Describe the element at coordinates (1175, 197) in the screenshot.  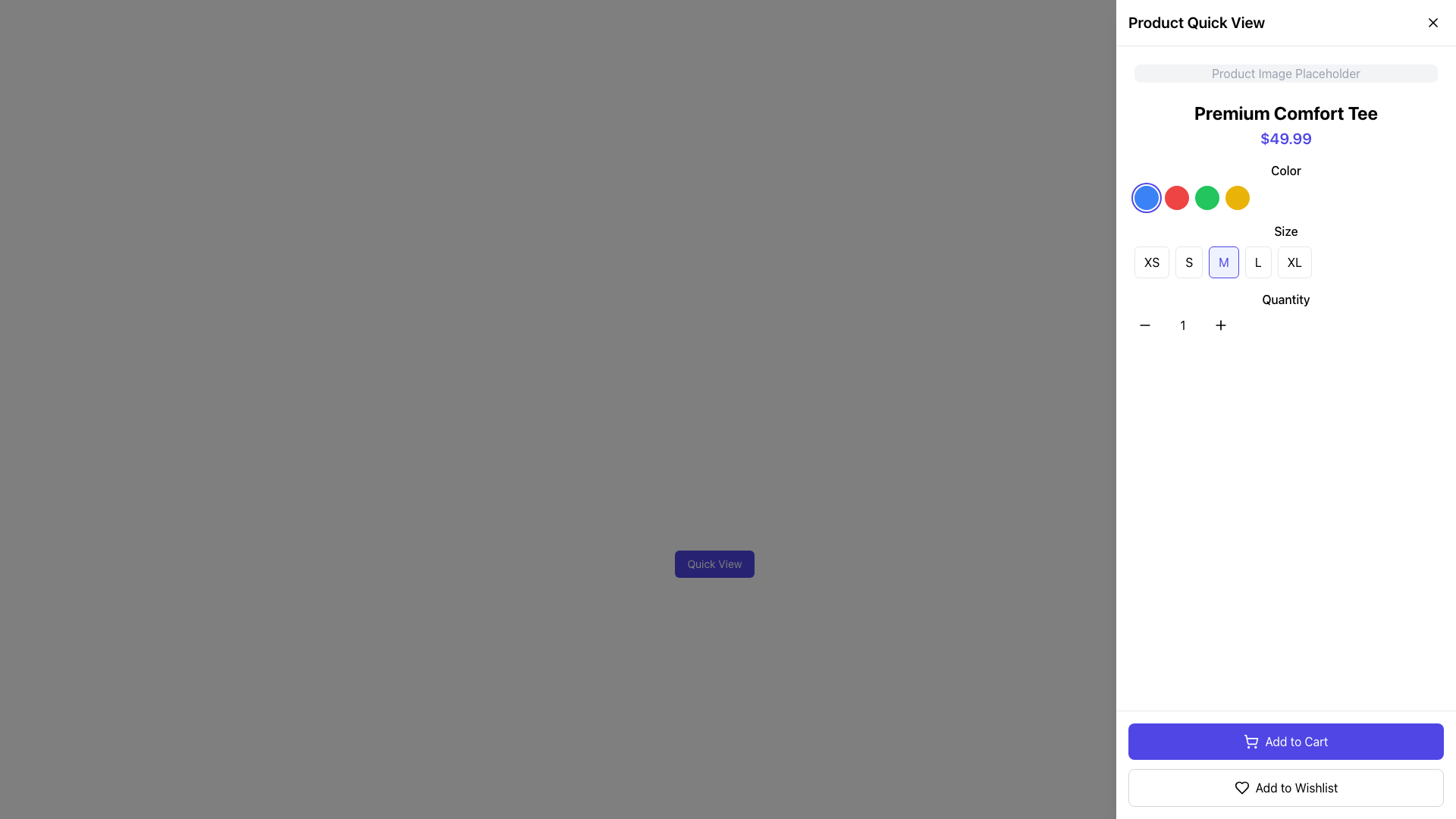
I see `the small circular red button located under the text 'Color'` at that location.